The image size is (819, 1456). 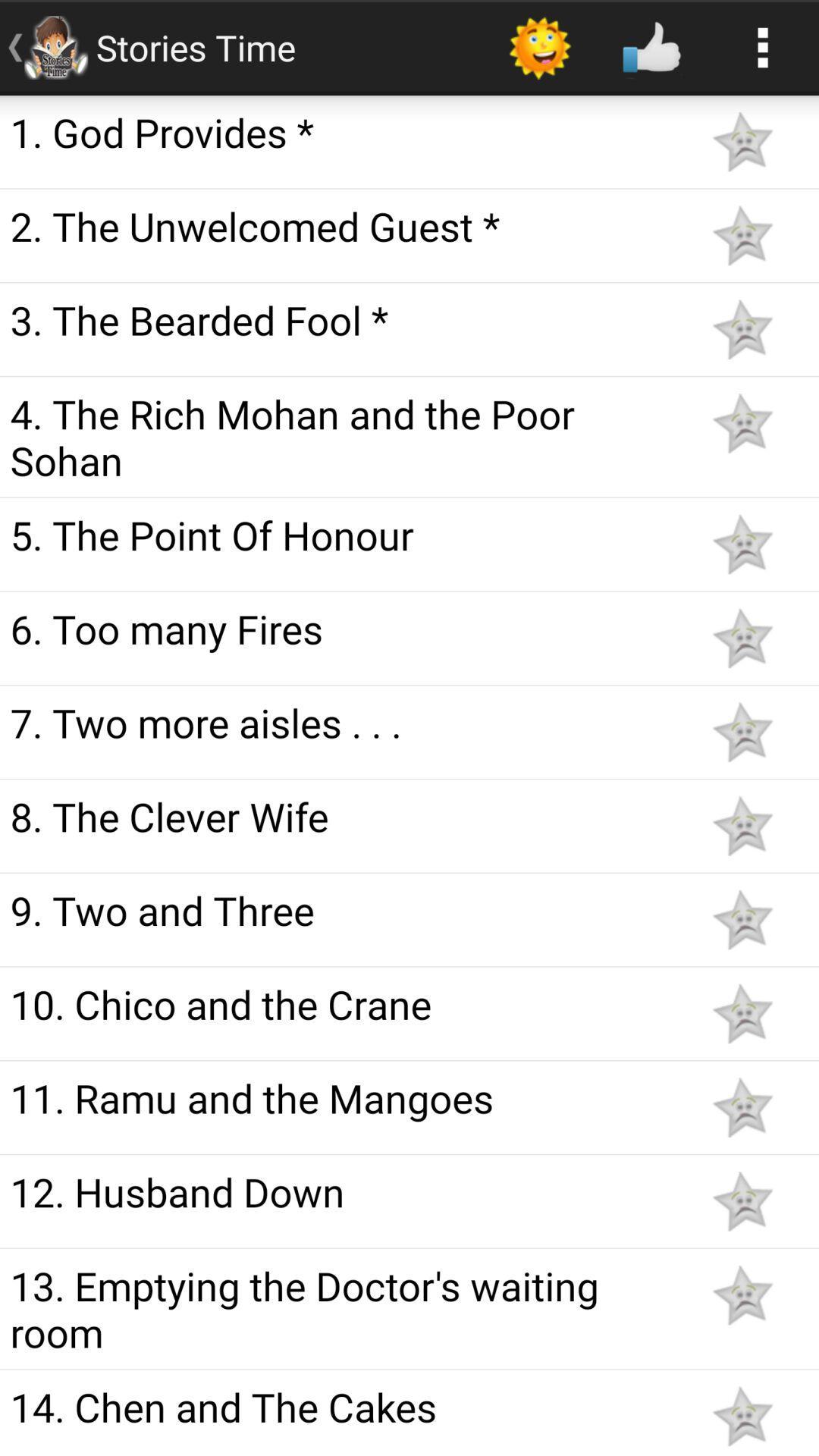 I want to click on the 6 too many icon, so click(x=343, y=629).